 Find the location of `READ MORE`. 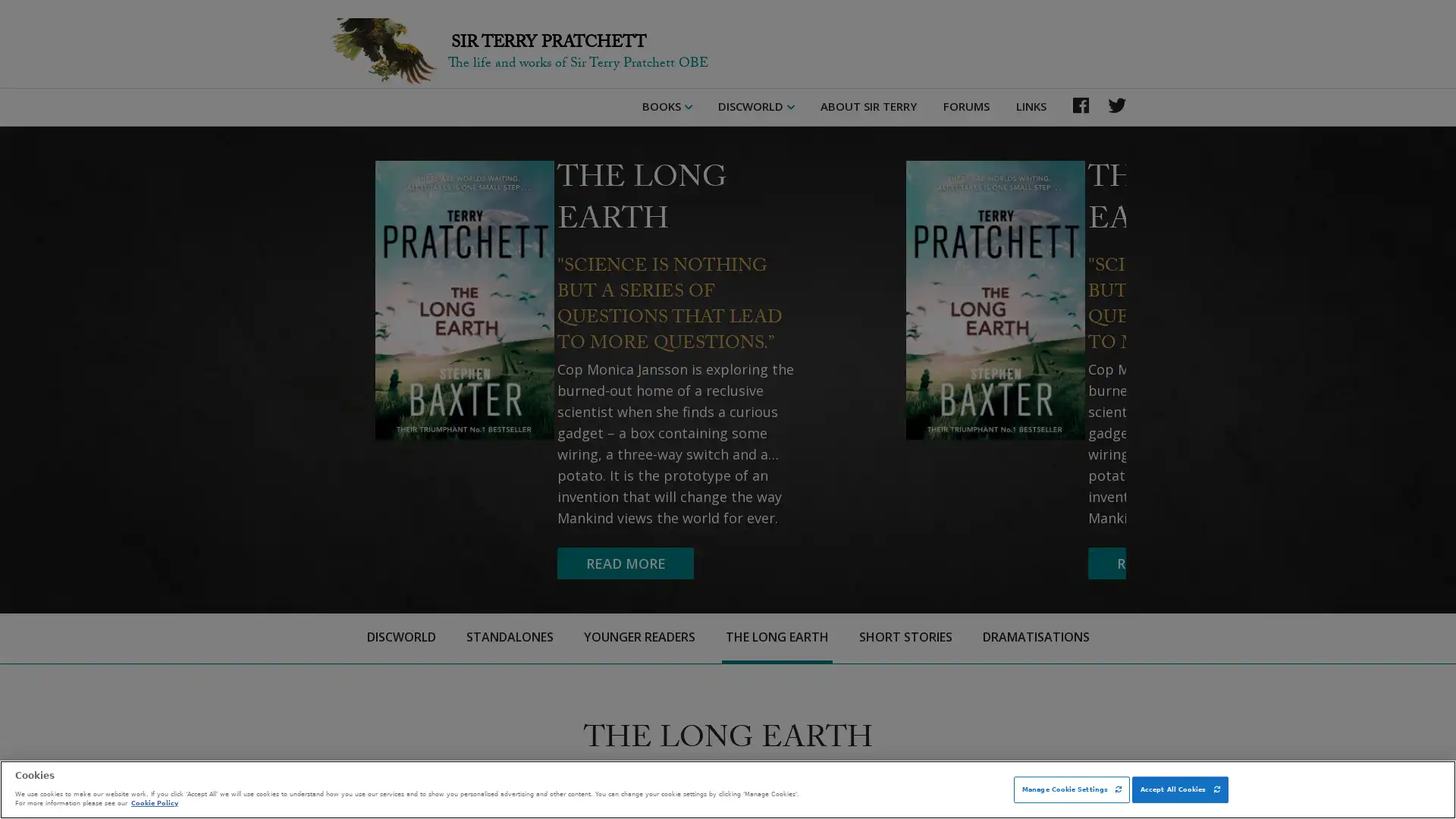

READ MORE is located at coordinates (739, 459).